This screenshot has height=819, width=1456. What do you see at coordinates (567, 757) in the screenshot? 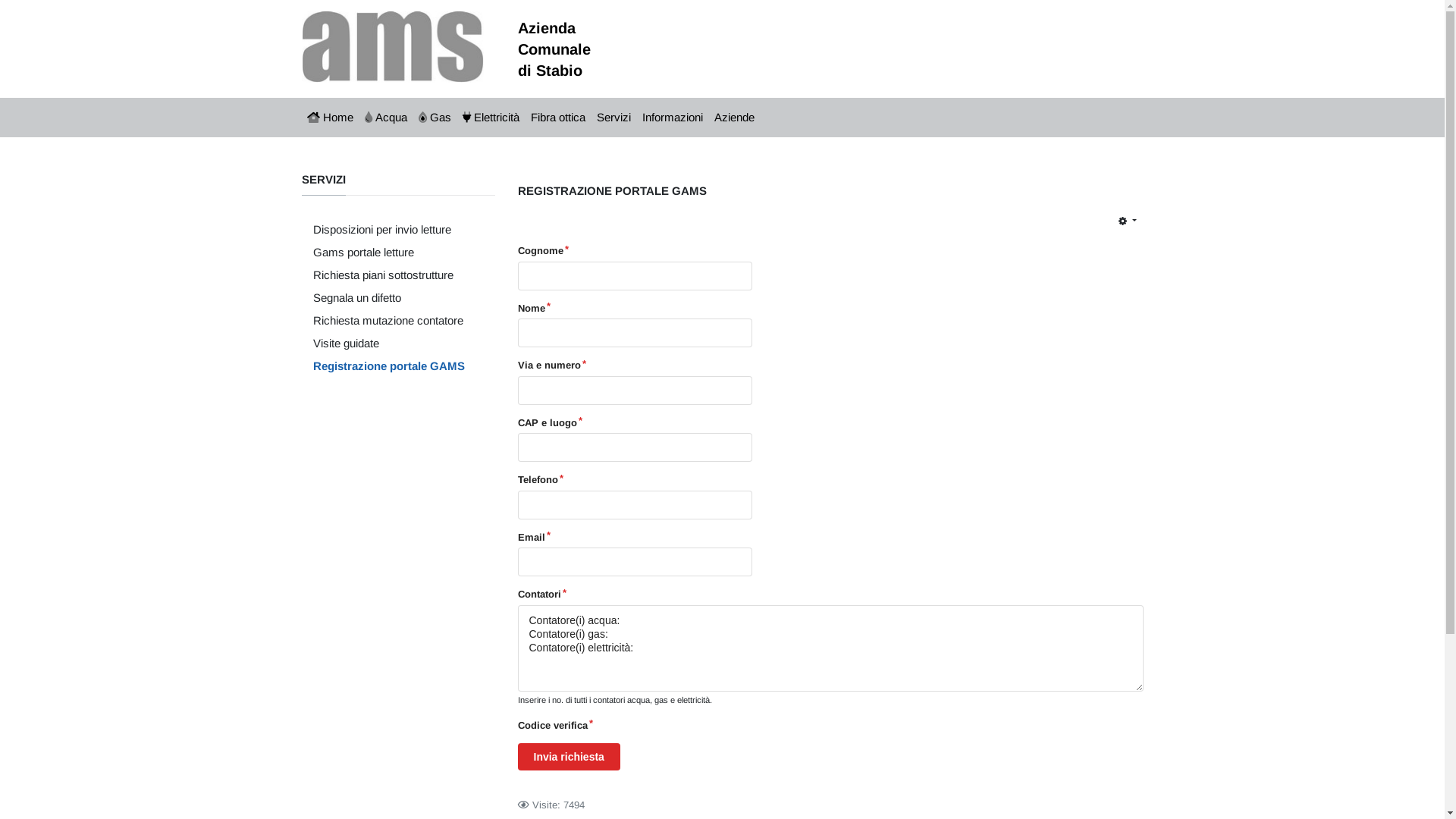
I see `'Invia richiesta'` at bounding box center [567, 757].